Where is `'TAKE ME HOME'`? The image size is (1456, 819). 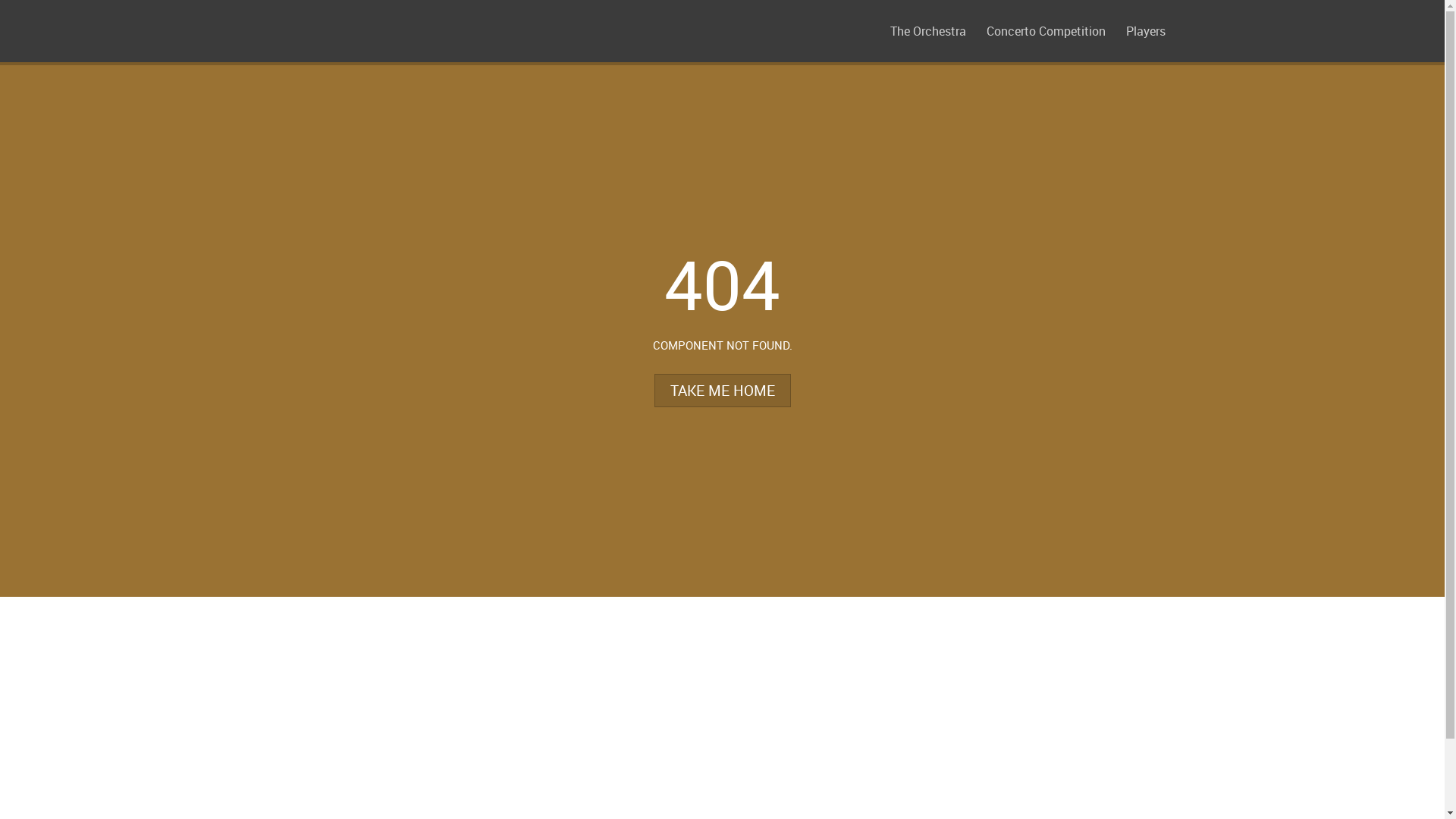 'TAKE ME HOME' is located at coordinates (720, 390).